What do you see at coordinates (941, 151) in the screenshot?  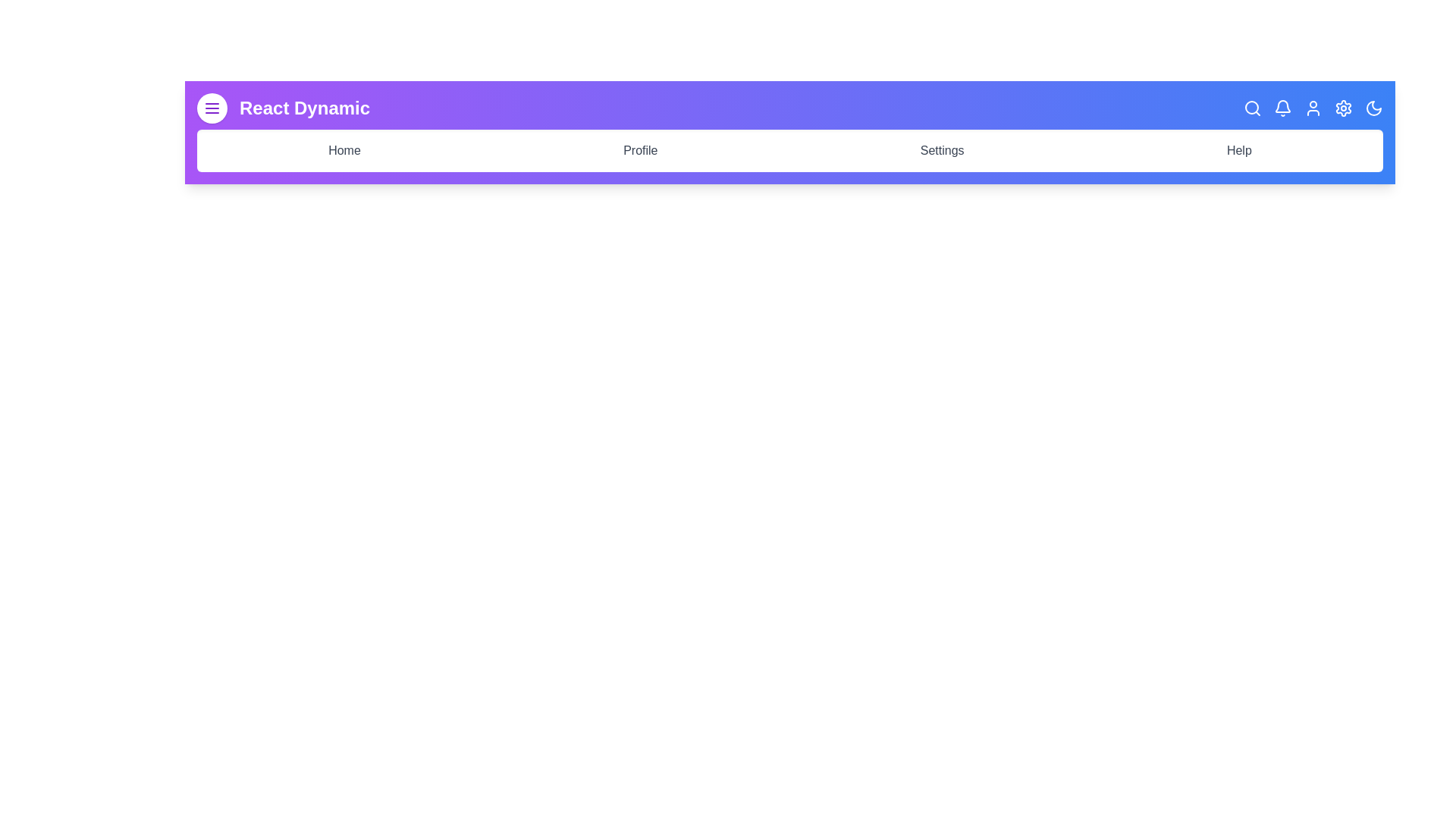 I see `the navigation link labeled Settings to navigate to the corresponding section` at bounding box center [941, 151].